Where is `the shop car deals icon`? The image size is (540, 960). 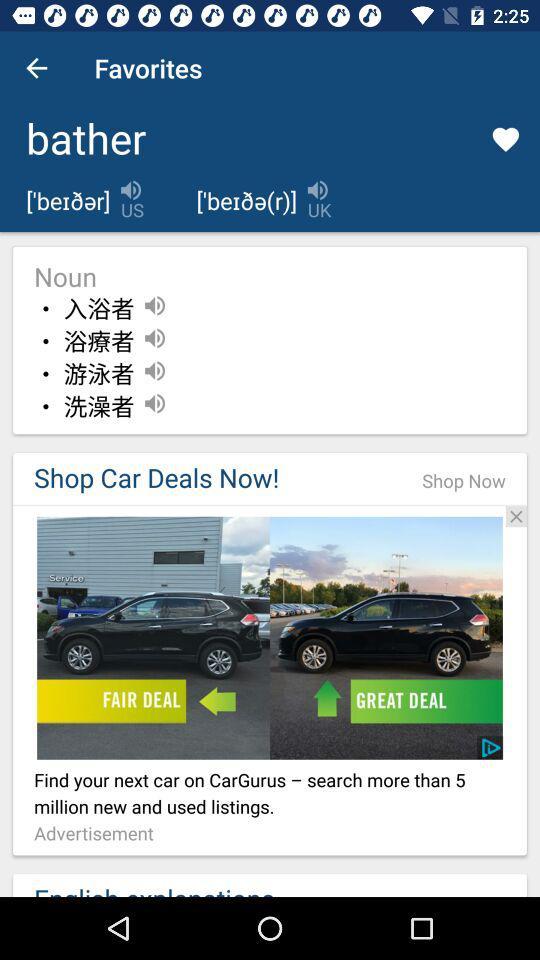
the shop car deals icon is located at coordinates (206, 478).